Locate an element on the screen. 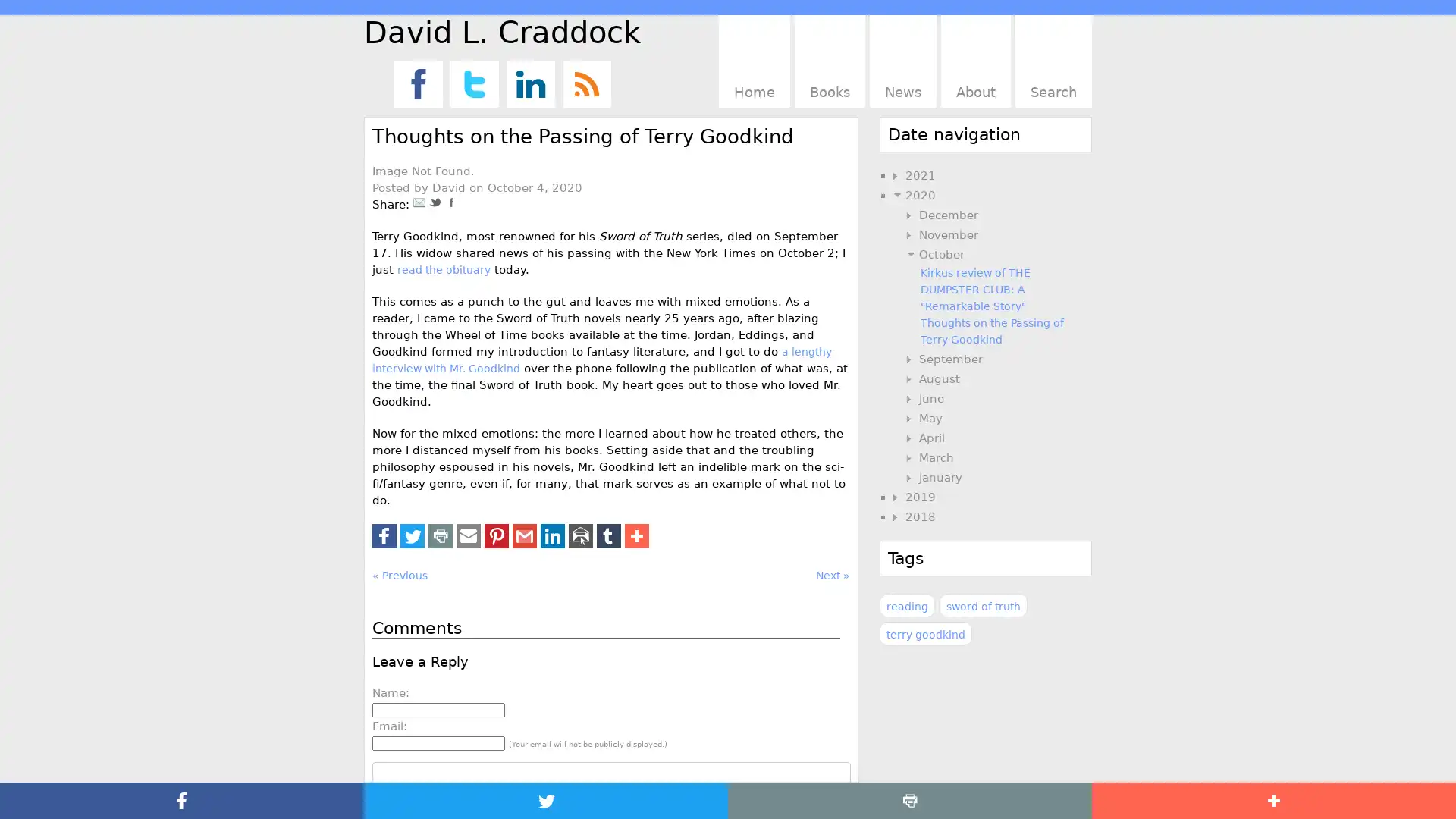 This screenshot has width=1456, height=819. Share to Facebook is located at coordinates (384, 535).